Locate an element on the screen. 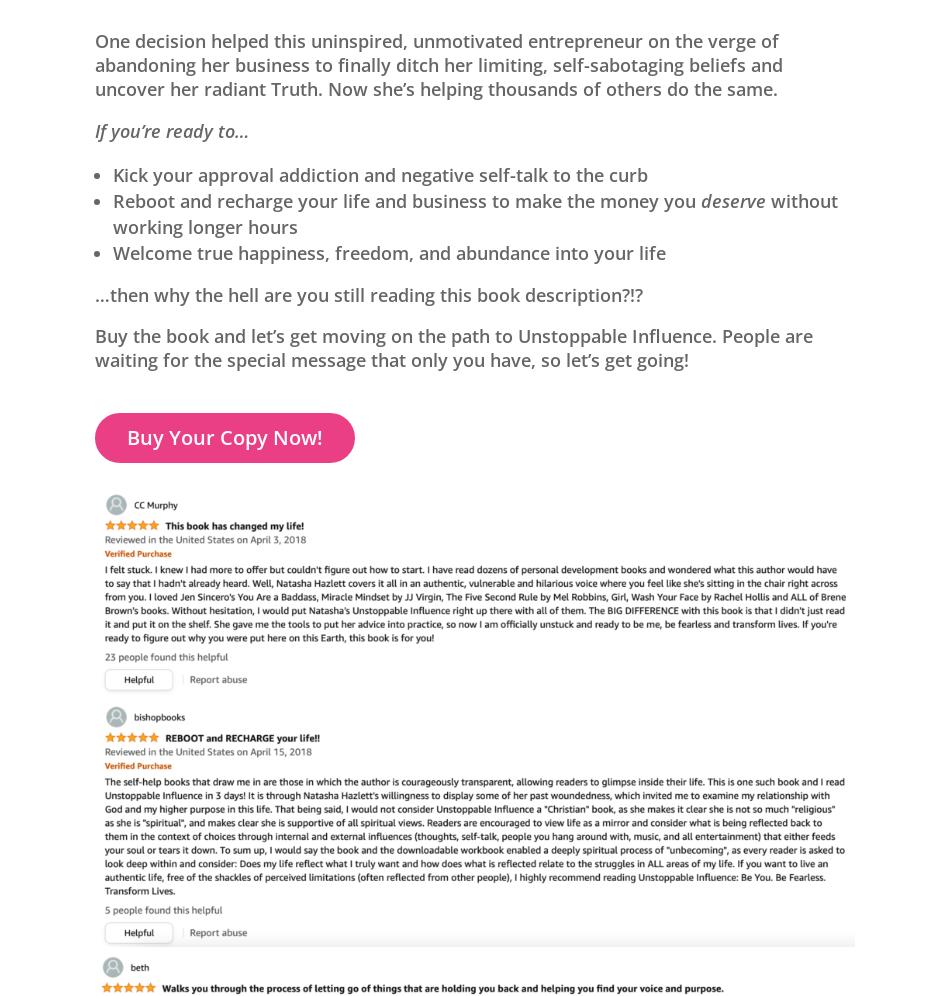 This screenshot has height=996, width=950. 'If you’re ready to…' is located at coordinates (95, 128).